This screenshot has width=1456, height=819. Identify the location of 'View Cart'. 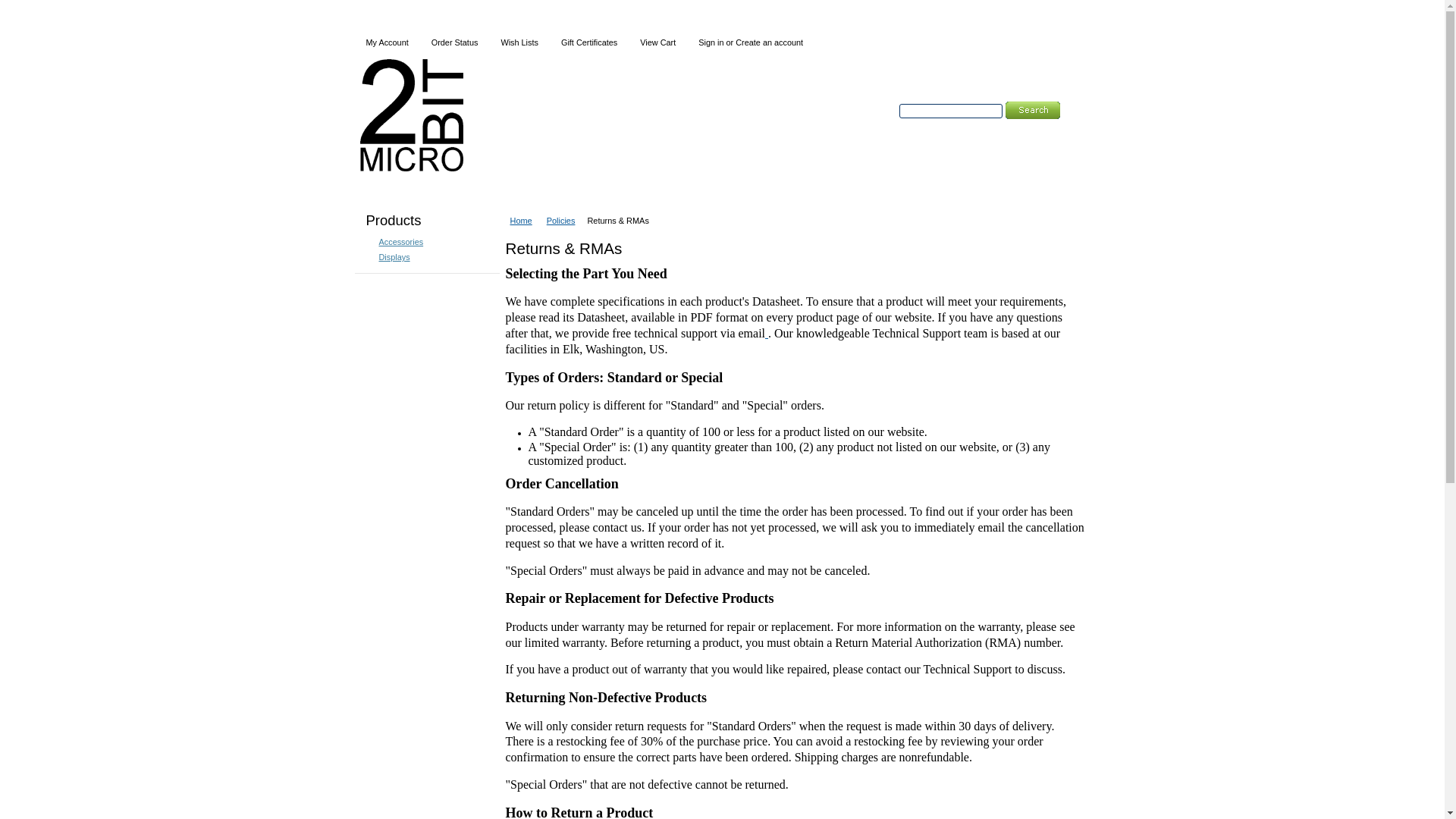
(629, 42).